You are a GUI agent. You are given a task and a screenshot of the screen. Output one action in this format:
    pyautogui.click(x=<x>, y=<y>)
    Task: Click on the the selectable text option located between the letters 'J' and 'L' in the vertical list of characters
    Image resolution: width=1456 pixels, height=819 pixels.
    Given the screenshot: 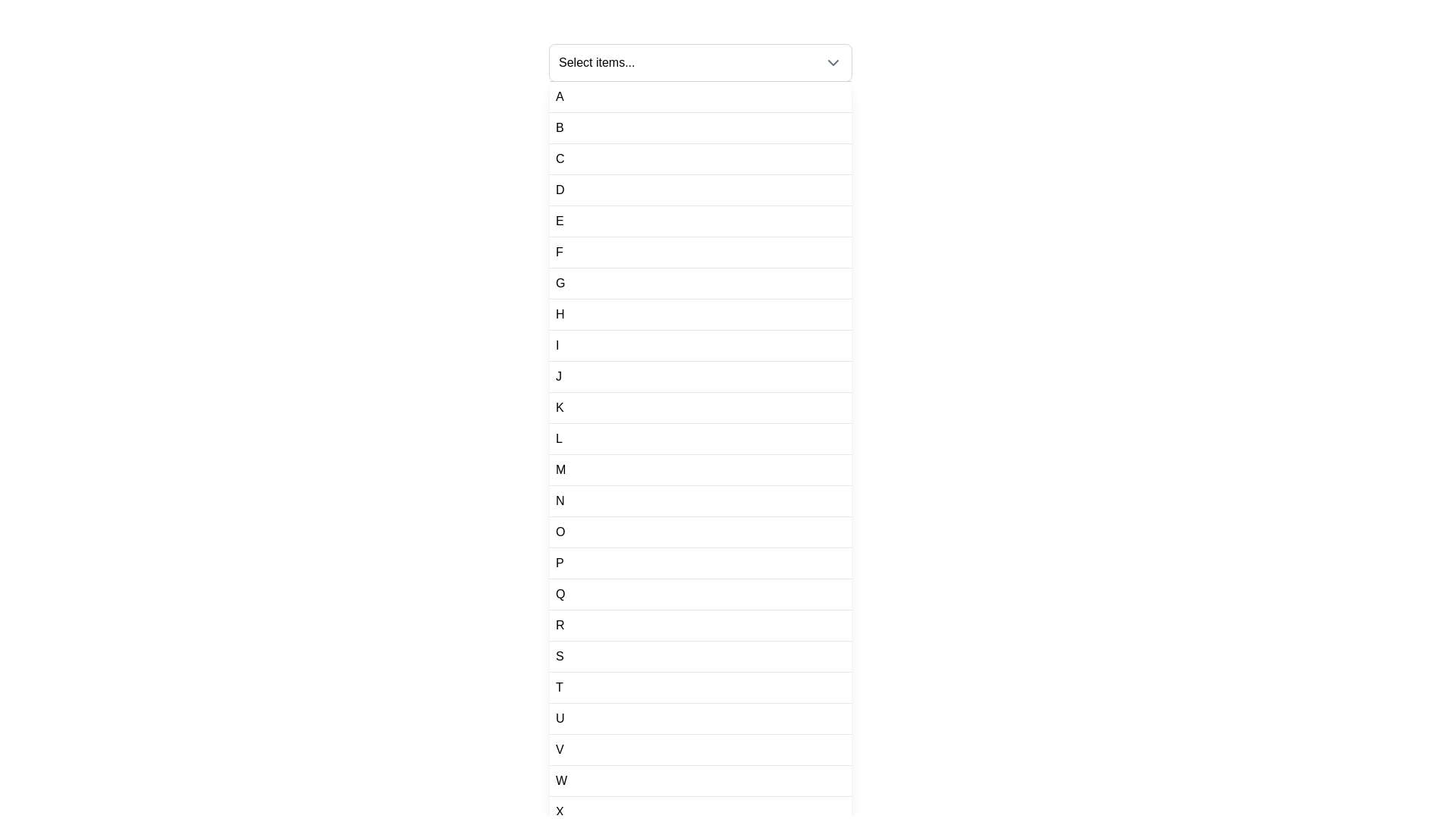 What is the action you would take?
    pyautogui.click(x=559, y=406)
    